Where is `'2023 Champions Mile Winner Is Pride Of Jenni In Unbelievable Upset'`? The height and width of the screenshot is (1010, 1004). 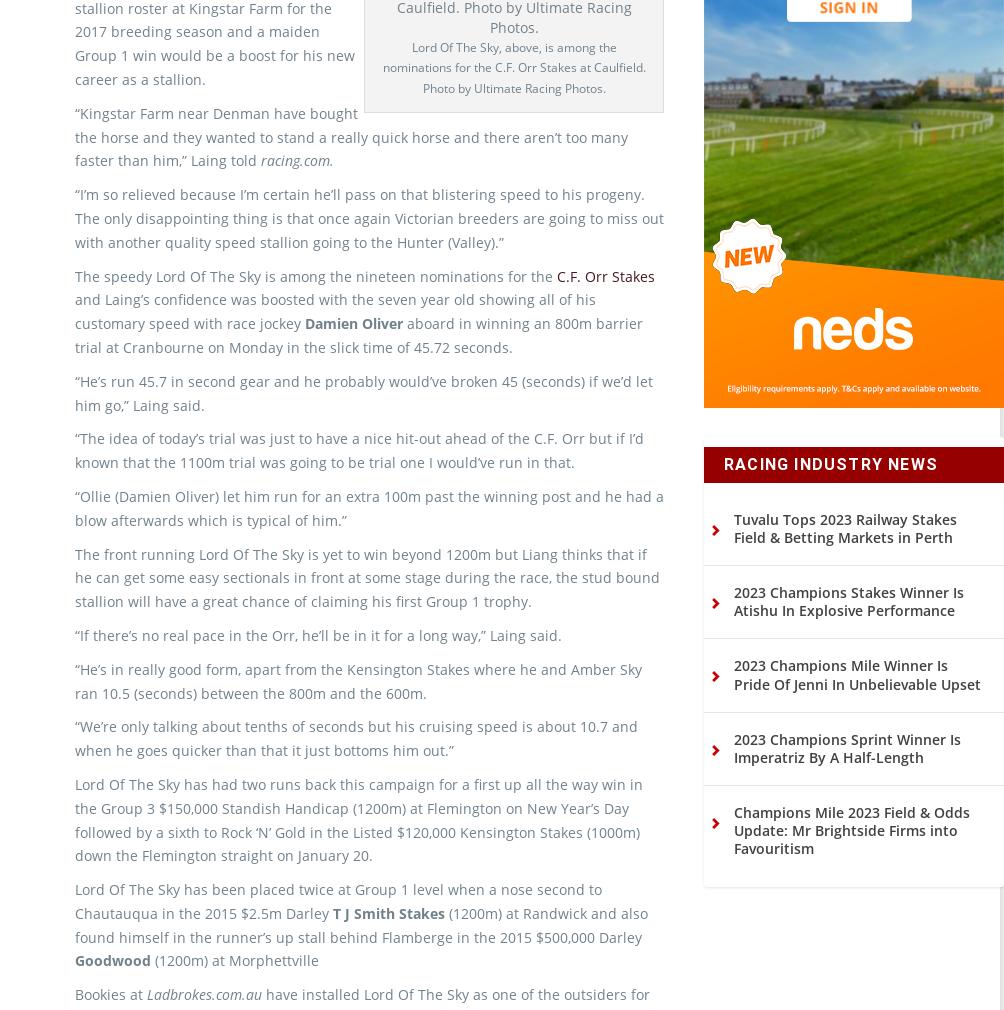 '2023 Champions Mile Winner Is Pride Of Jenni In Unbelievable Upset' is located at coordinates (857, 707).